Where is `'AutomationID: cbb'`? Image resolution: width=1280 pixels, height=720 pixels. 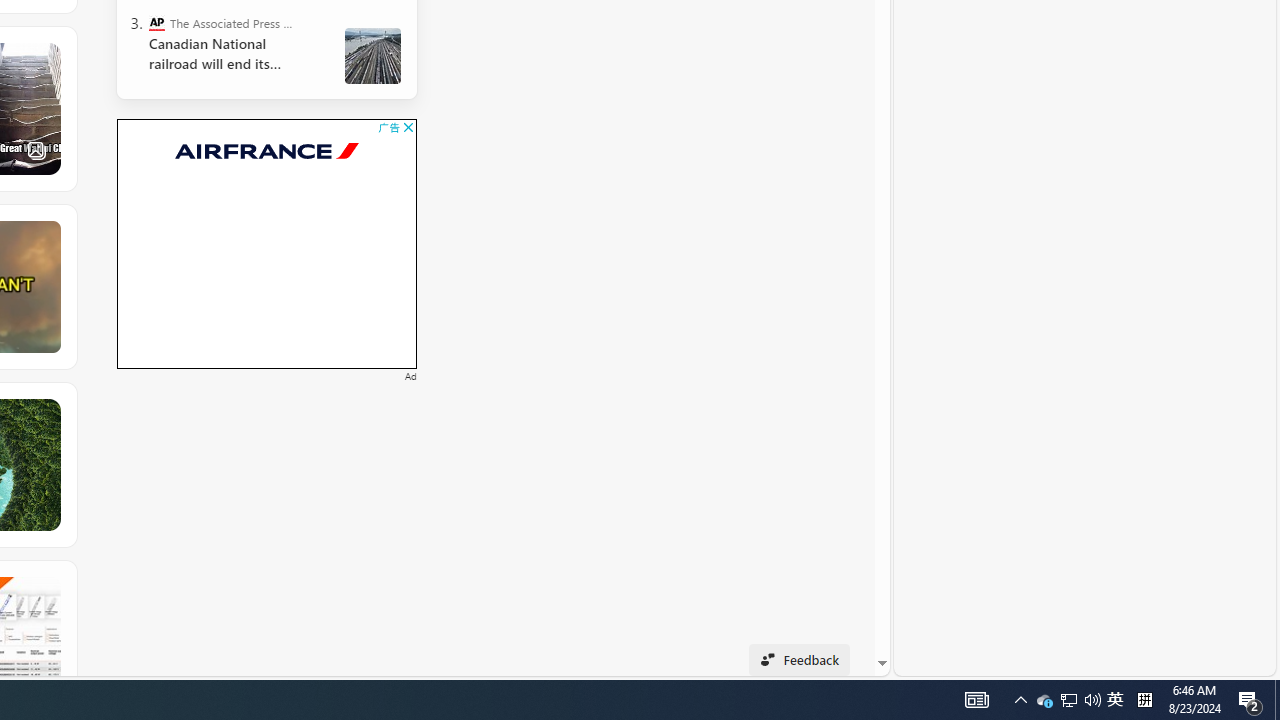
'AutomationID: cbb' is located at coordinates (407, 127).